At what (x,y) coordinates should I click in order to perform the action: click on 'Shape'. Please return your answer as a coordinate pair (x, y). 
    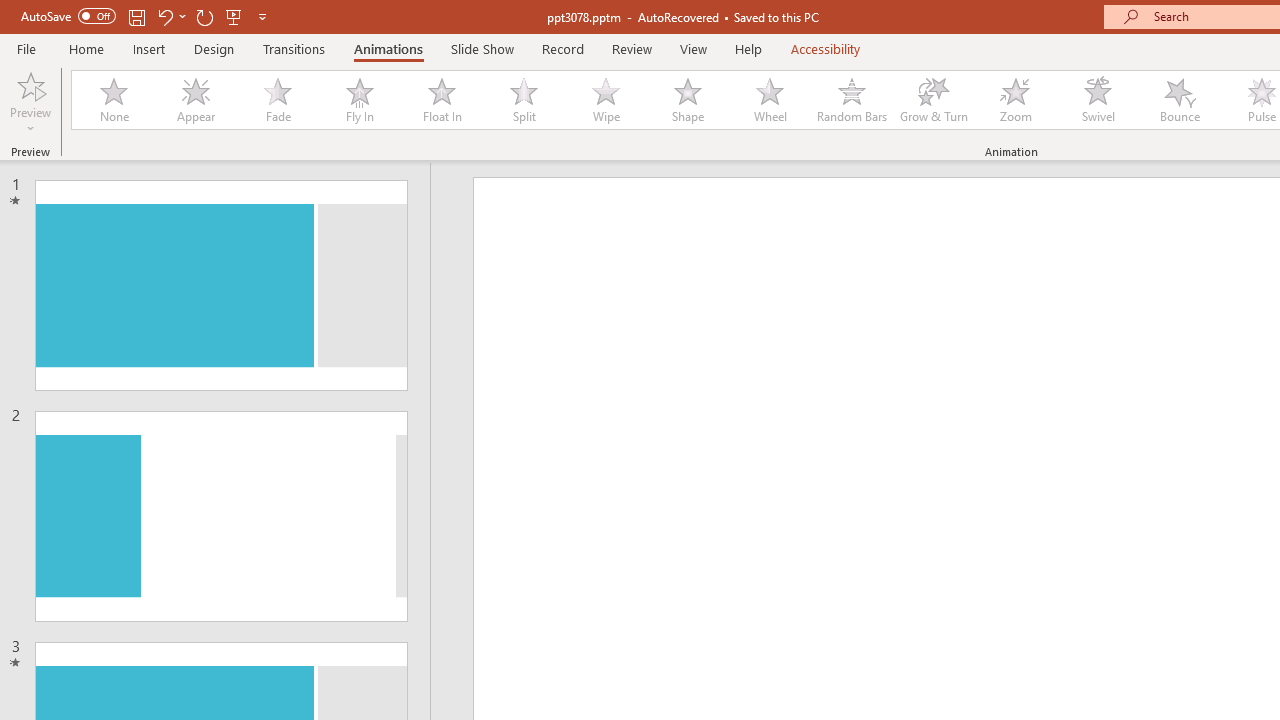
    Looking at the image, I should click on (688, 100).